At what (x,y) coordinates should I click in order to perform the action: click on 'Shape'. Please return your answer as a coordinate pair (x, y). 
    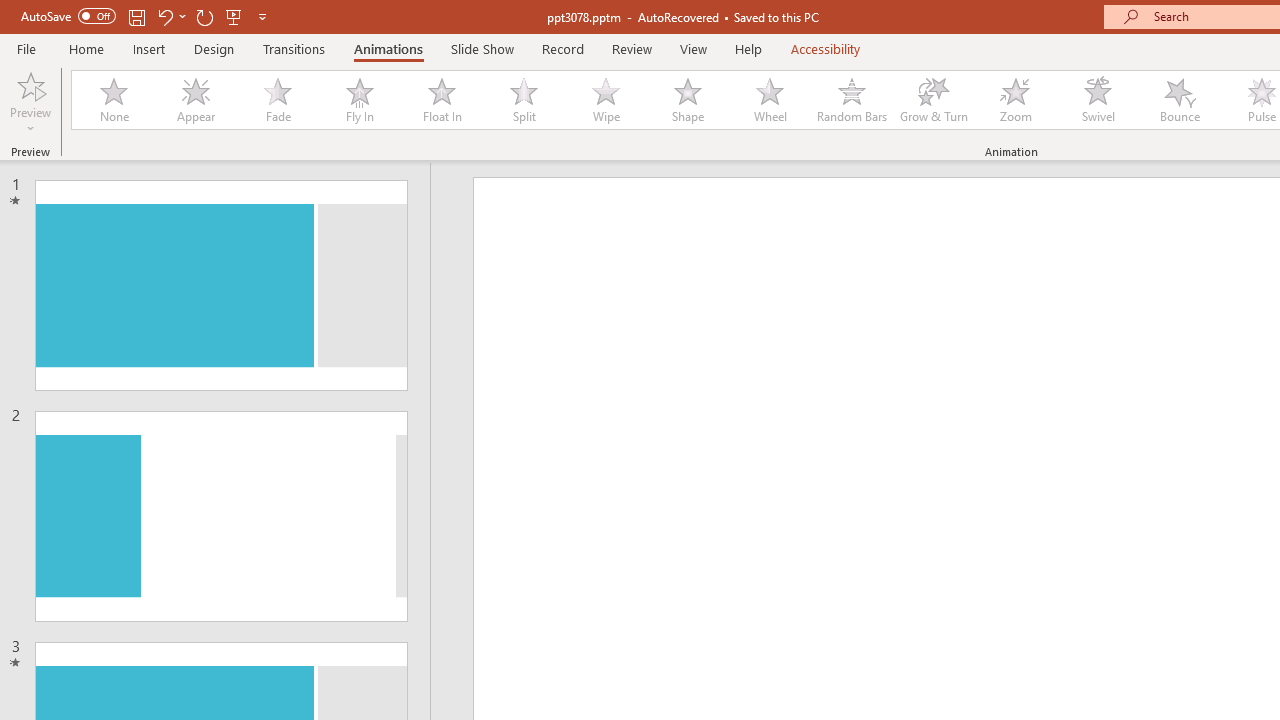
    Looking at the image, I should click on (688, 100).